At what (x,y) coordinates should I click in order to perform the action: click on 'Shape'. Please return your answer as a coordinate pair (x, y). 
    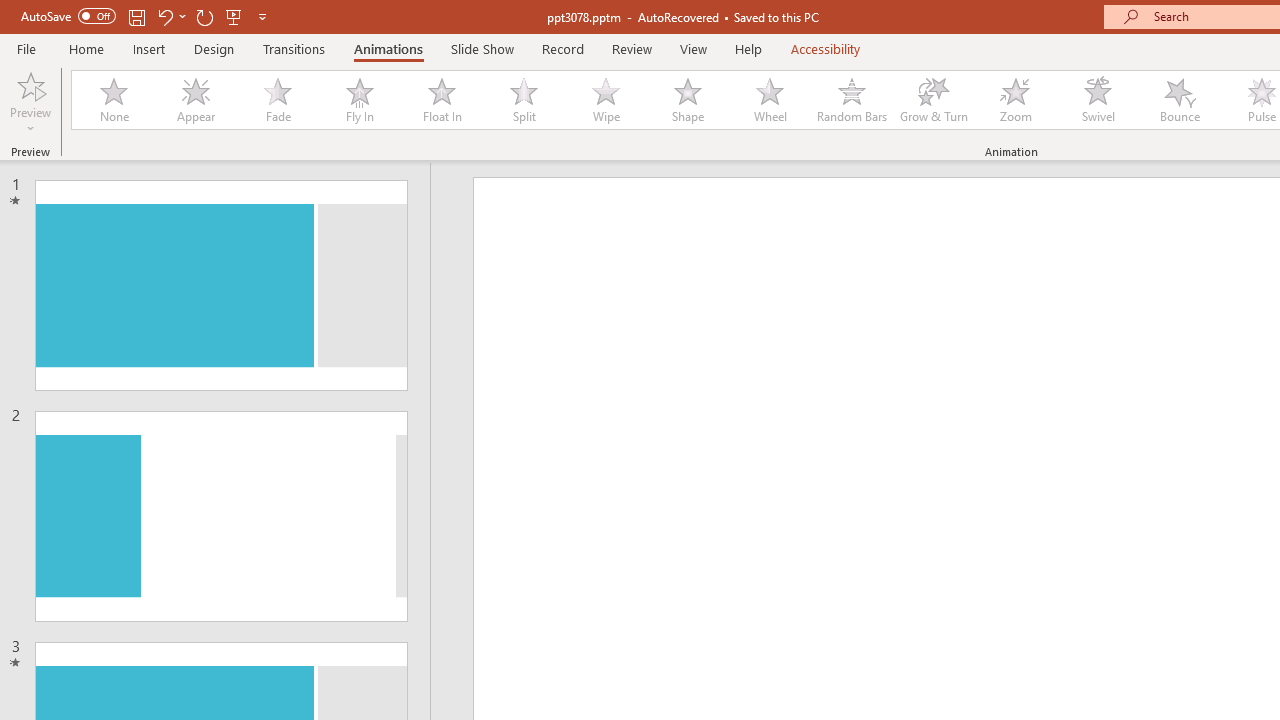
    Looking at the image, I should click on (688, 100).